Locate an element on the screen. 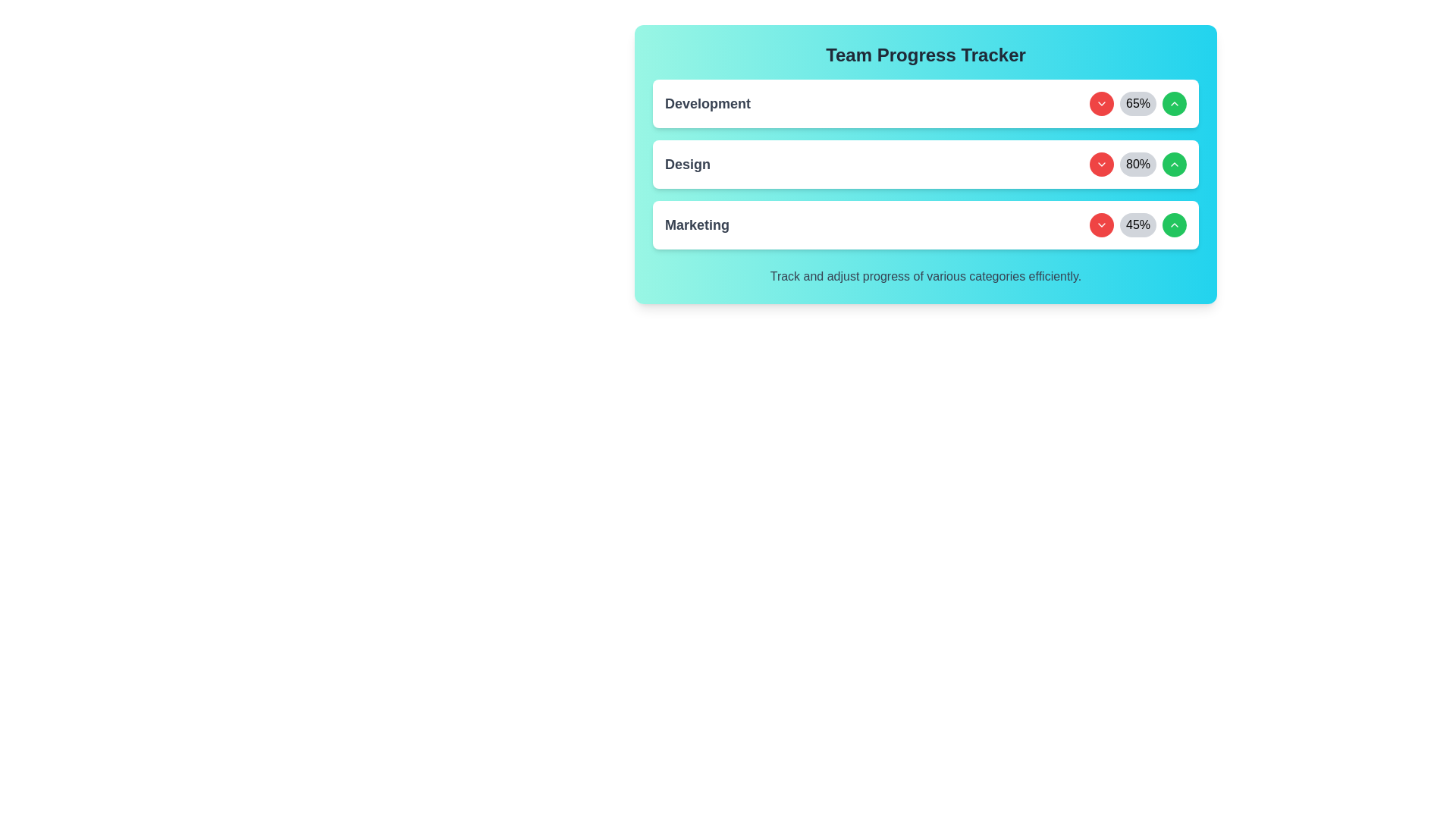 This screenshot has width=1456, height=819. the static text display that shows the current progress percentage for the 'Development' category, located between the red and green circular buttons is located at coordinates (1138, 103).